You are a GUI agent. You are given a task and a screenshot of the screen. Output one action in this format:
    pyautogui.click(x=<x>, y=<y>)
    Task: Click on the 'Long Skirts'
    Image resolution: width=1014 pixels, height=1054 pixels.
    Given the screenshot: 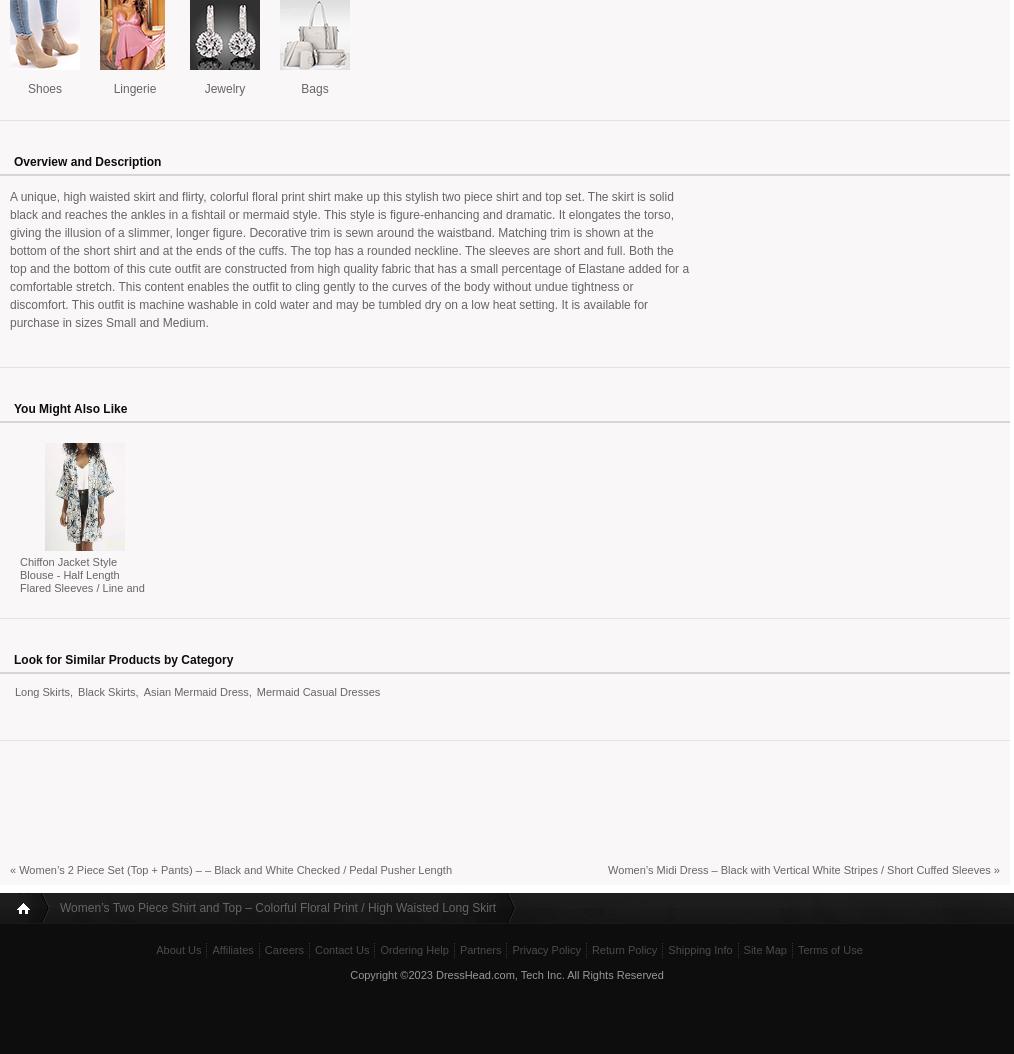 What is the action you would take?
    pyautogui.click(x=41, y=690)
    